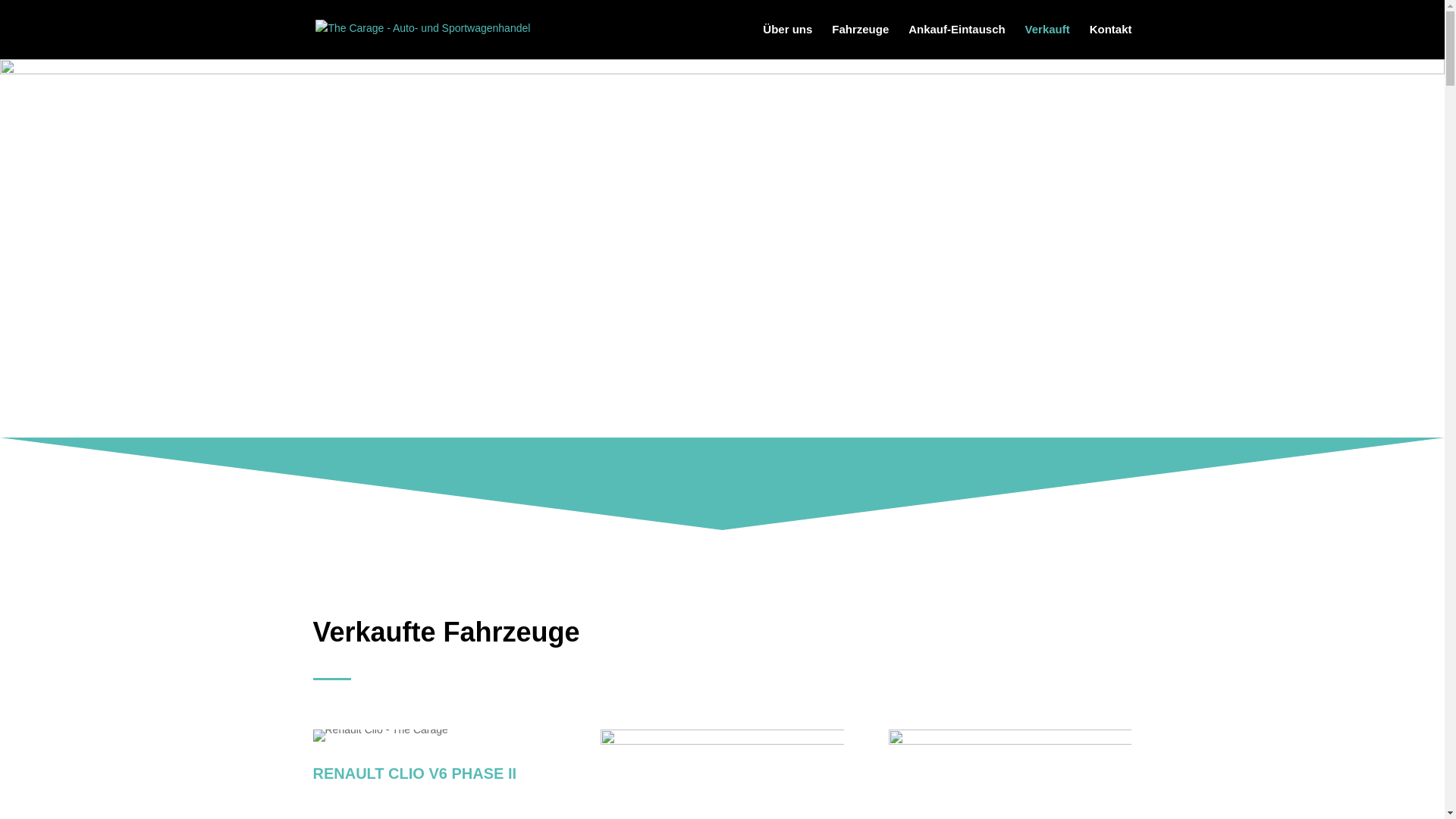 This screenshot has width=1456, height=819. I want to click on 'Fahrzeuge', so click(860, 40).